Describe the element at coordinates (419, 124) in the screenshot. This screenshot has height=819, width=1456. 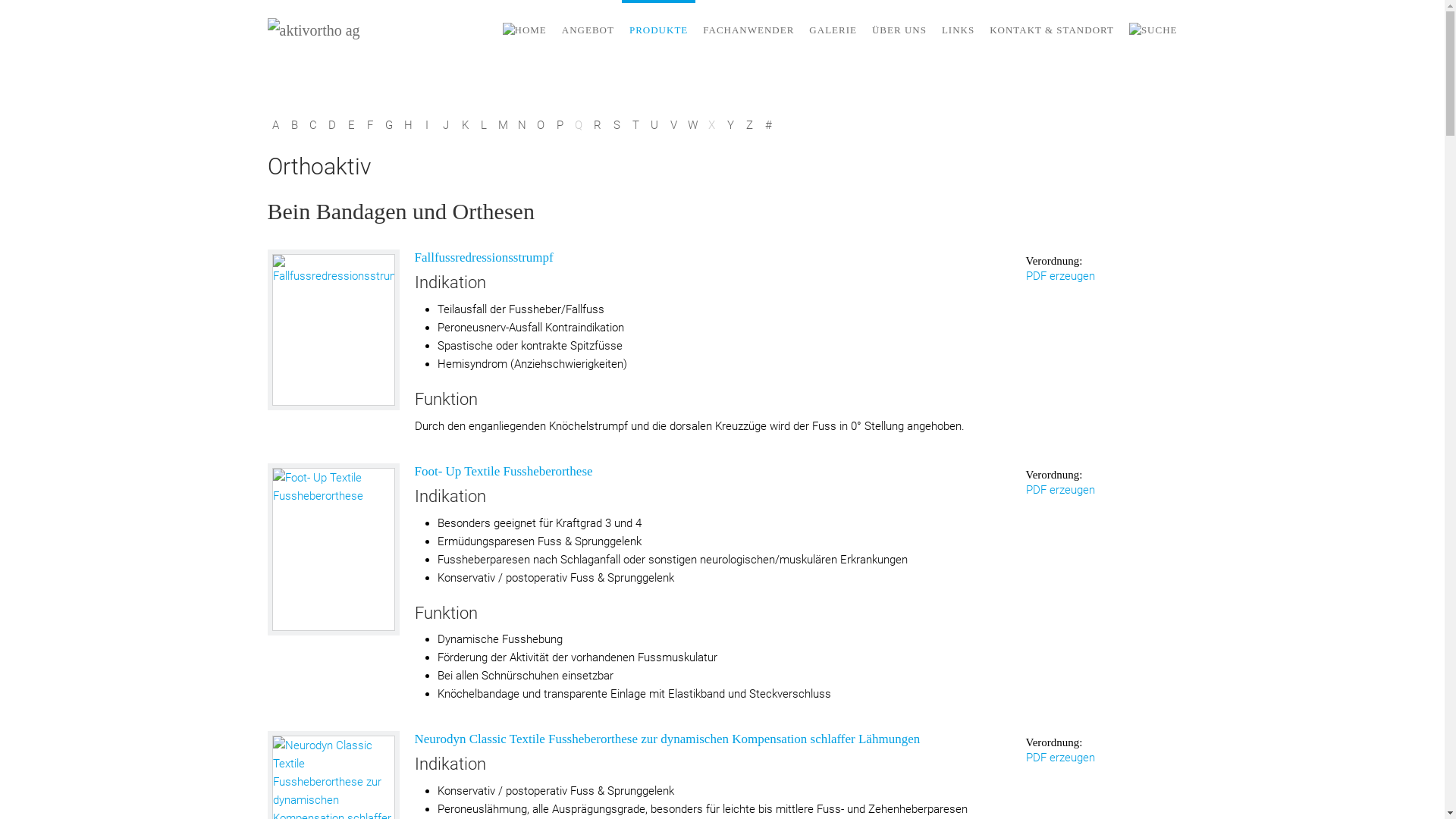
I see `'I'` at that location.